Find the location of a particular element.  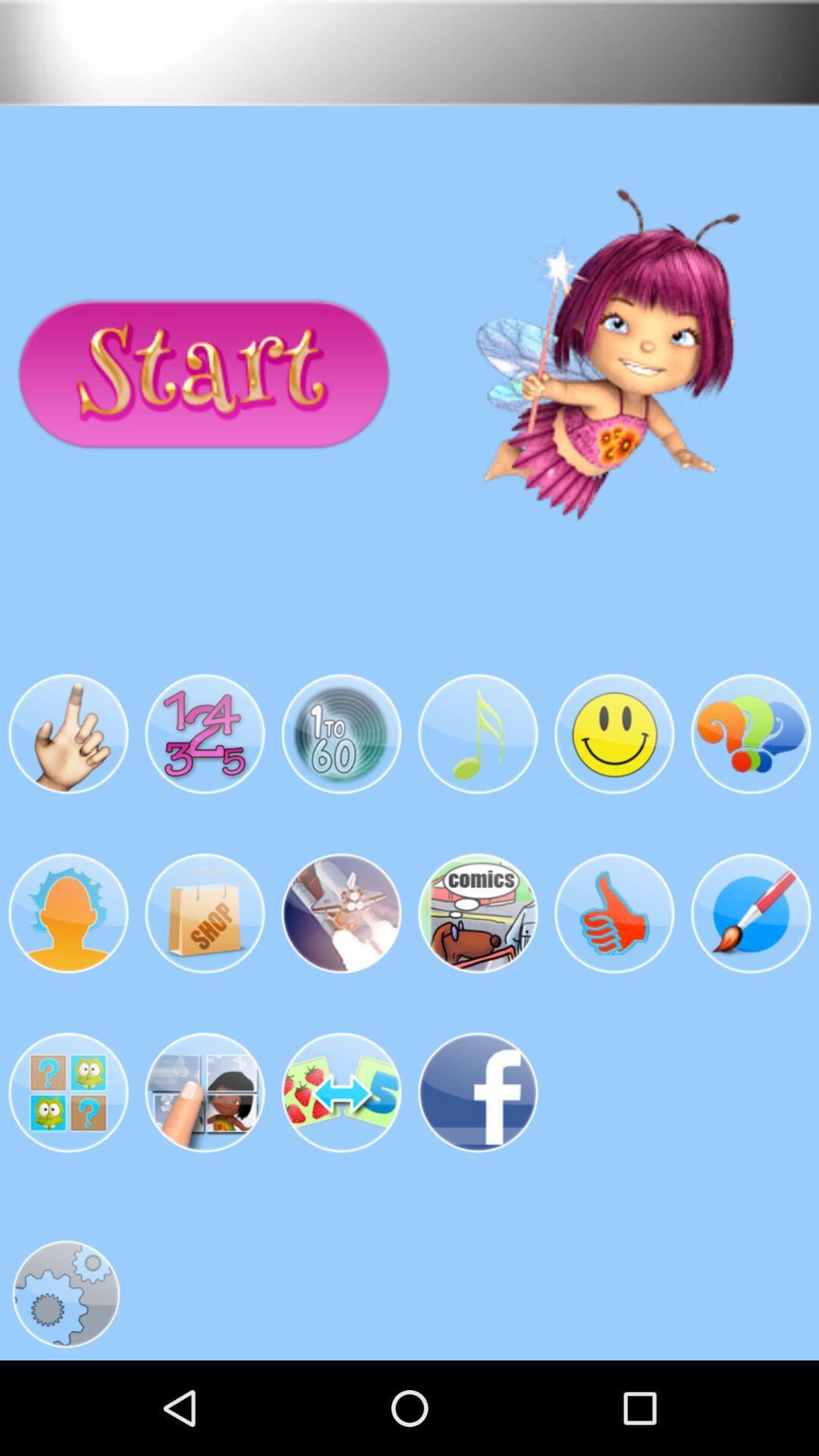

the facebook icon is located at coordinates (476, 1169).